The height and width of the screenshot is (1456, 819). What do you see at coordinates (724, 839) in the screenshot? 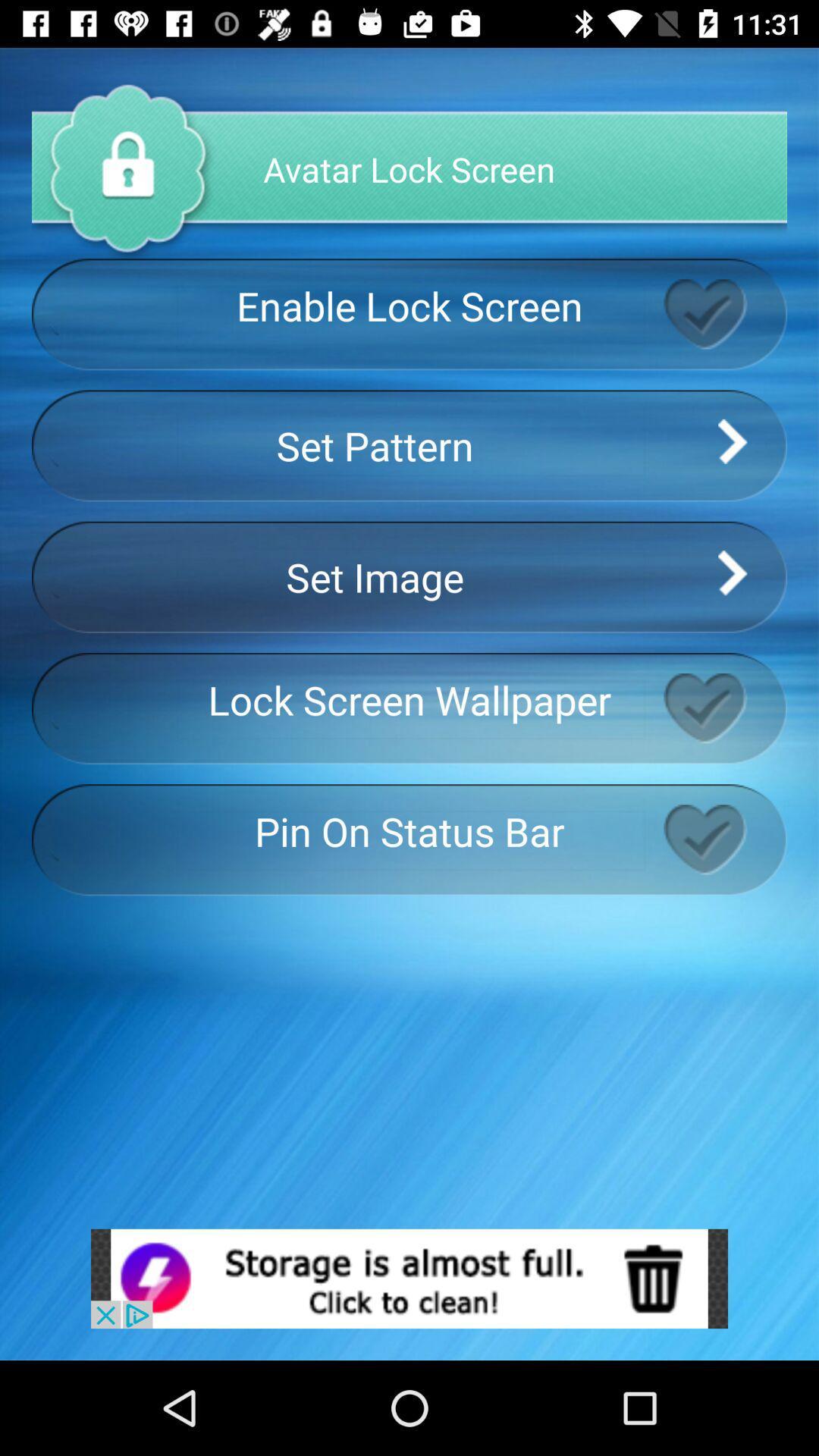
I see `this item` at bounding box center [724, 839].